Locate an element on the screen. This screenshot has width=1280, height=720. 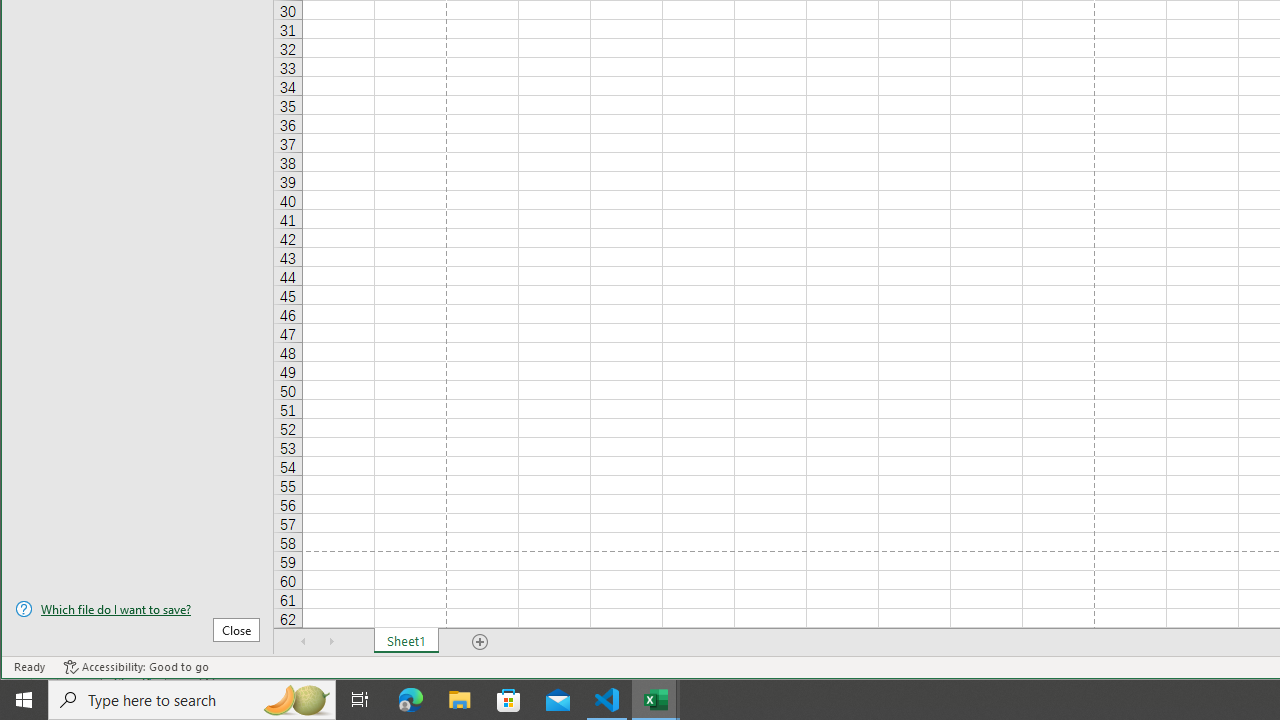
'Scroll Left' is located at coordinates (303, 641).